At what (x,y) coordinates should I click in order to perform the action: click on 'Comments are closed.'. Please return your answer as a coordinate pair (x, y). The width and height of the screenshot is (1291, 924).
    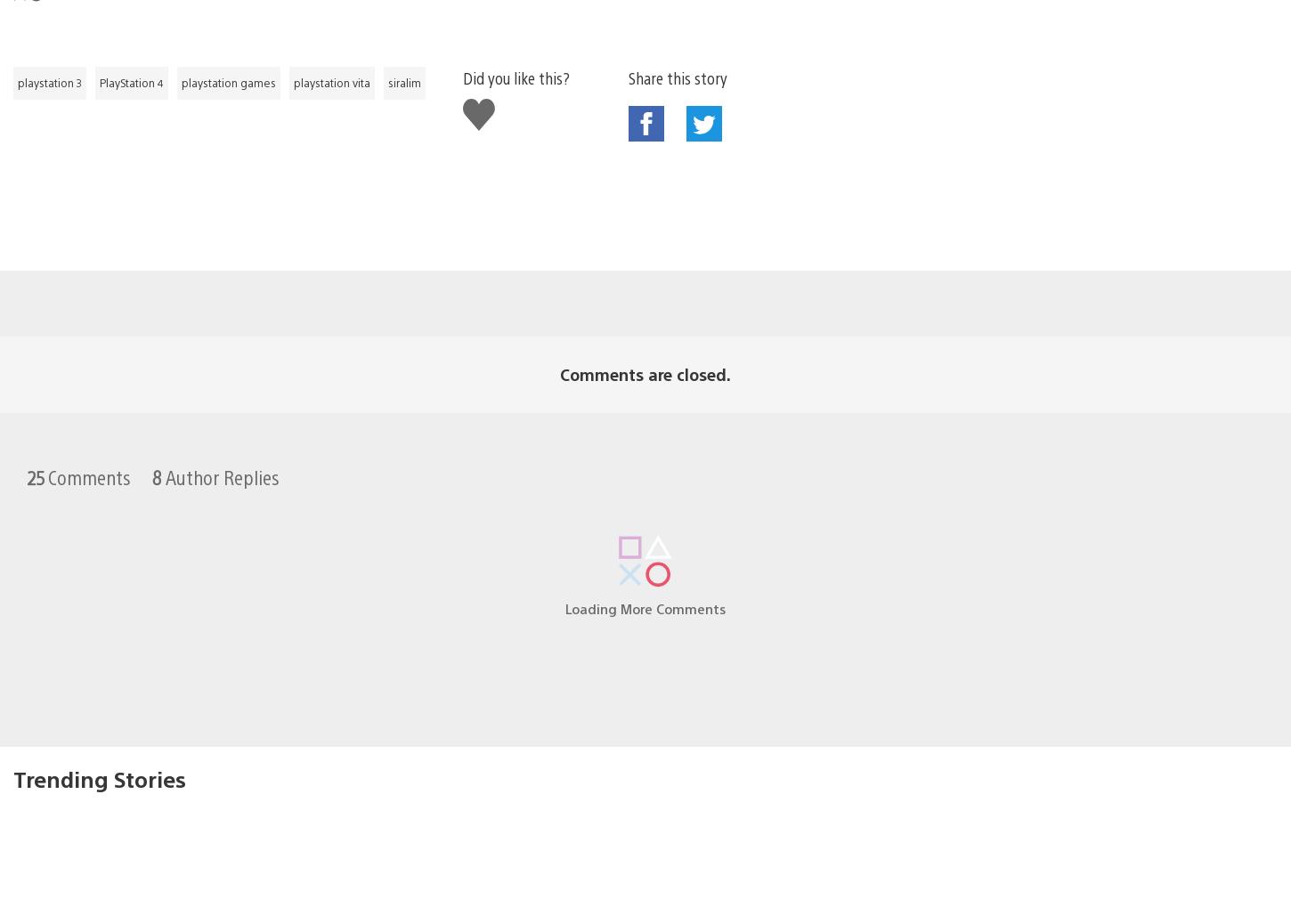
    Looking at the image, I should click on (645, 345).